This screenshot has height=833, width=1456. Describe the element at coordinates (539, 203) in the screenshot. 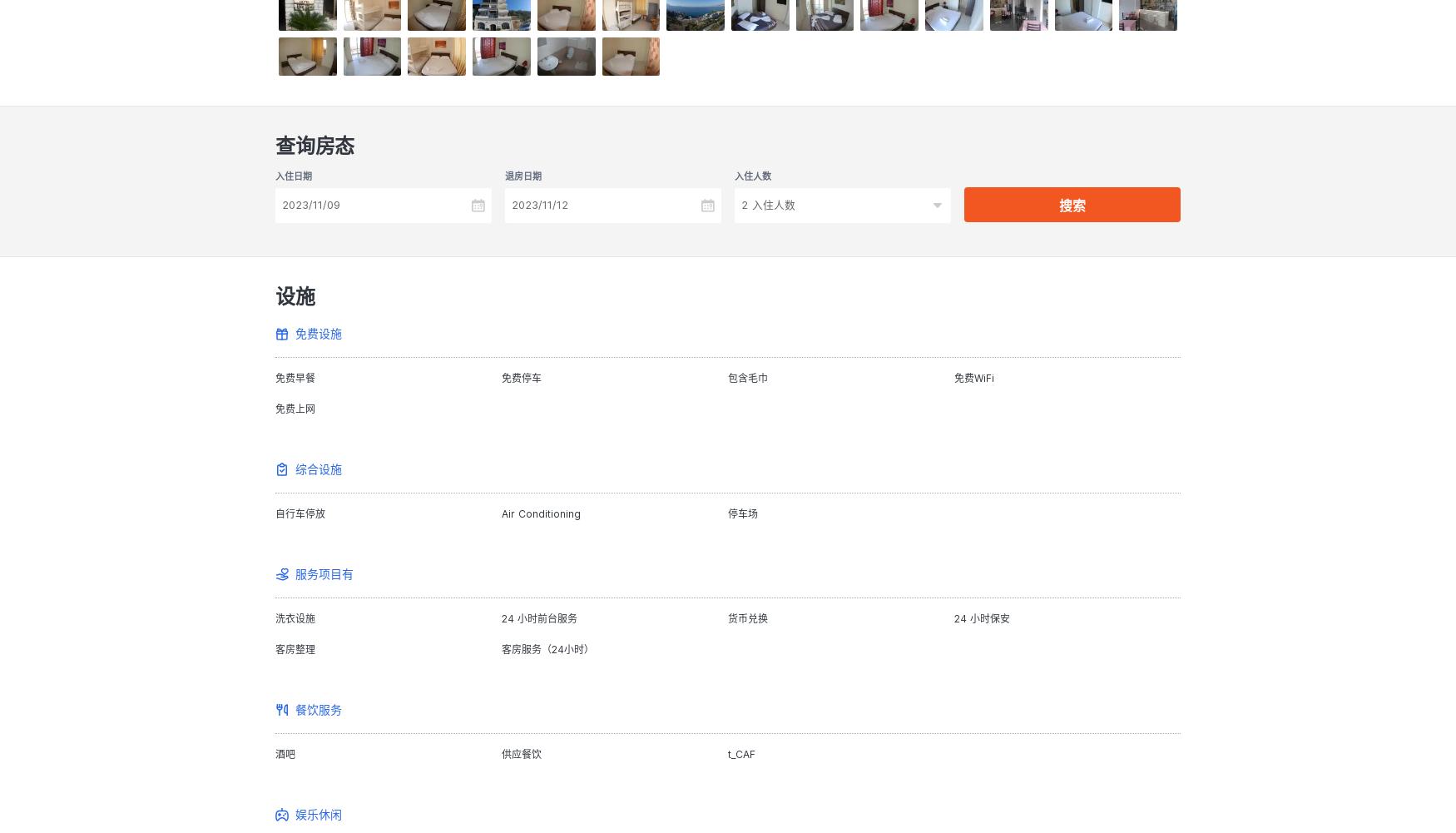

I see `'2023/11/12'` at that location.